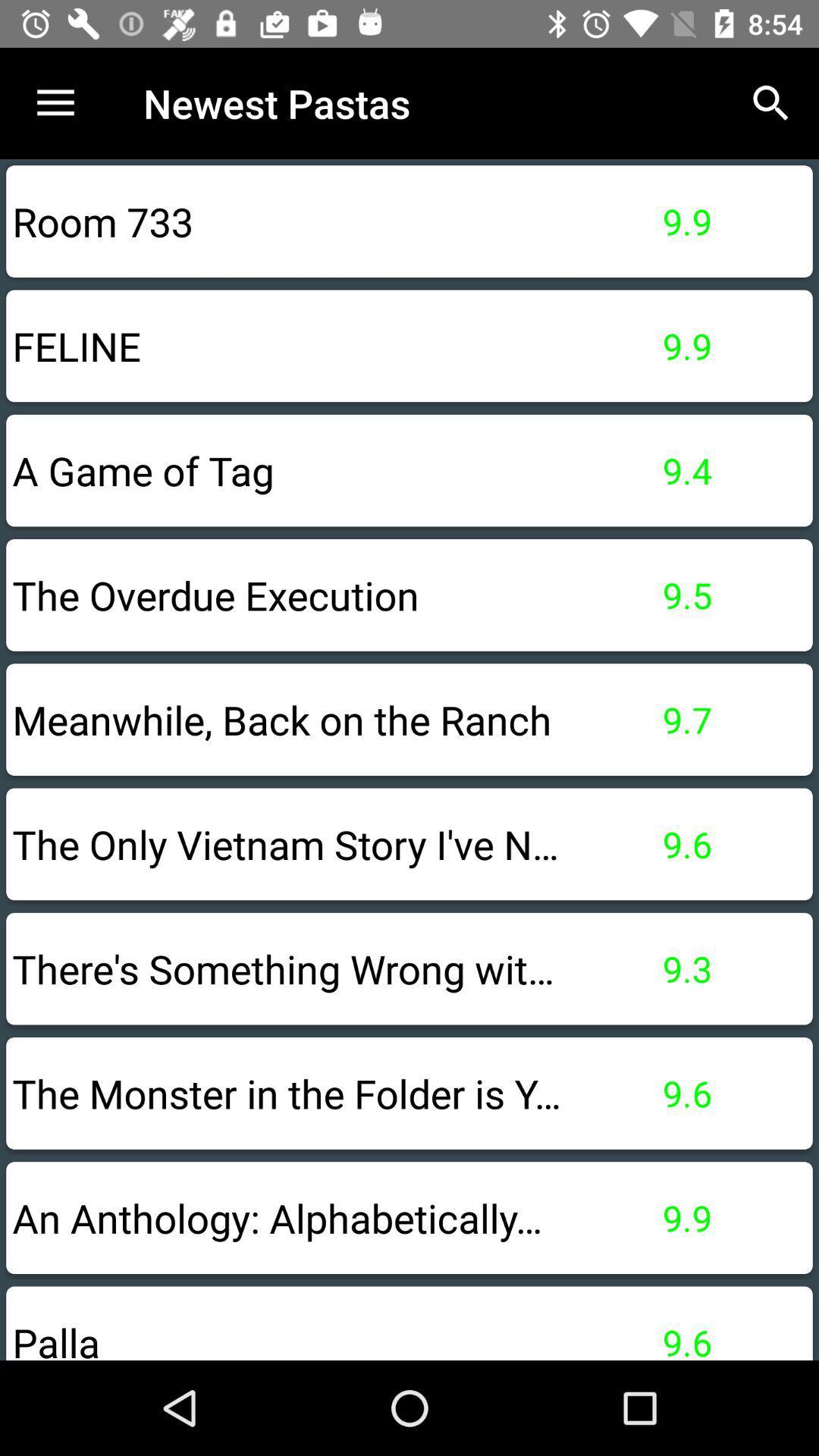 This screenshot has width=819, height=1456. Describe the element at coordinates (55, 102) in the screenshot. I see `item above room 733` at that location.